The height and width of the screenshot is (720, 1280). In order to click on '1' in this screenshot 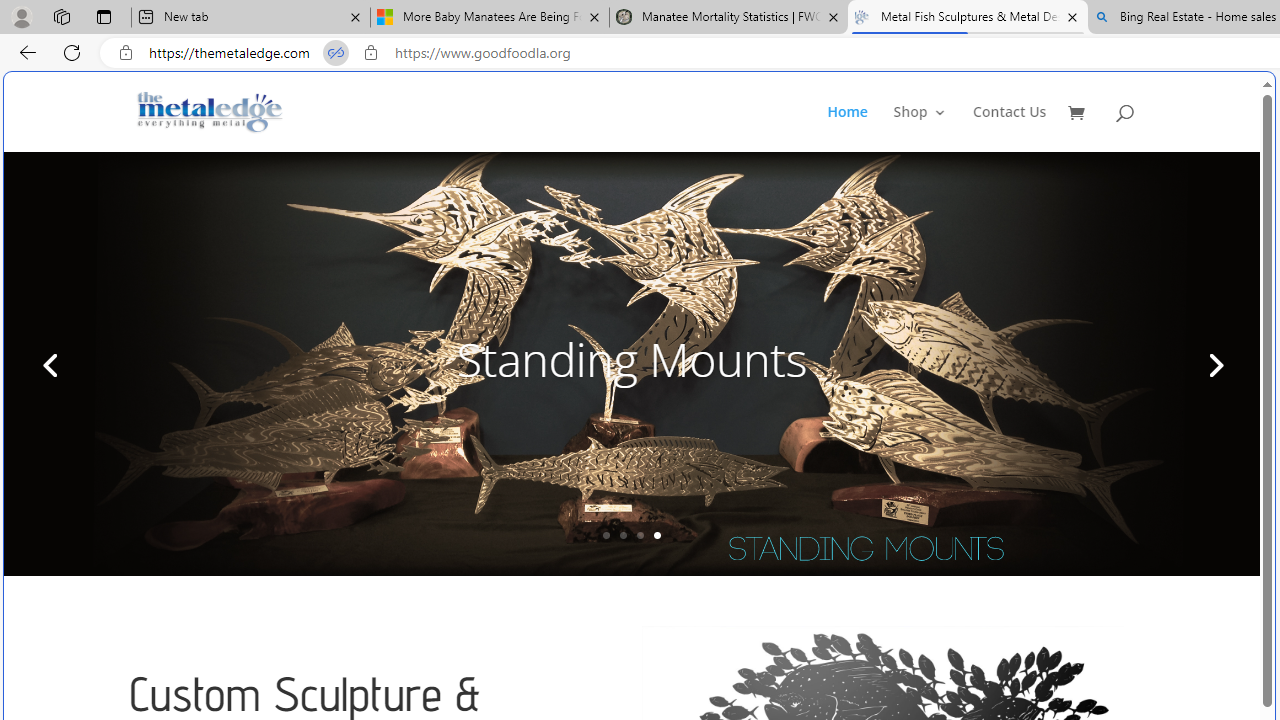, I will do `click(605, 534)`.